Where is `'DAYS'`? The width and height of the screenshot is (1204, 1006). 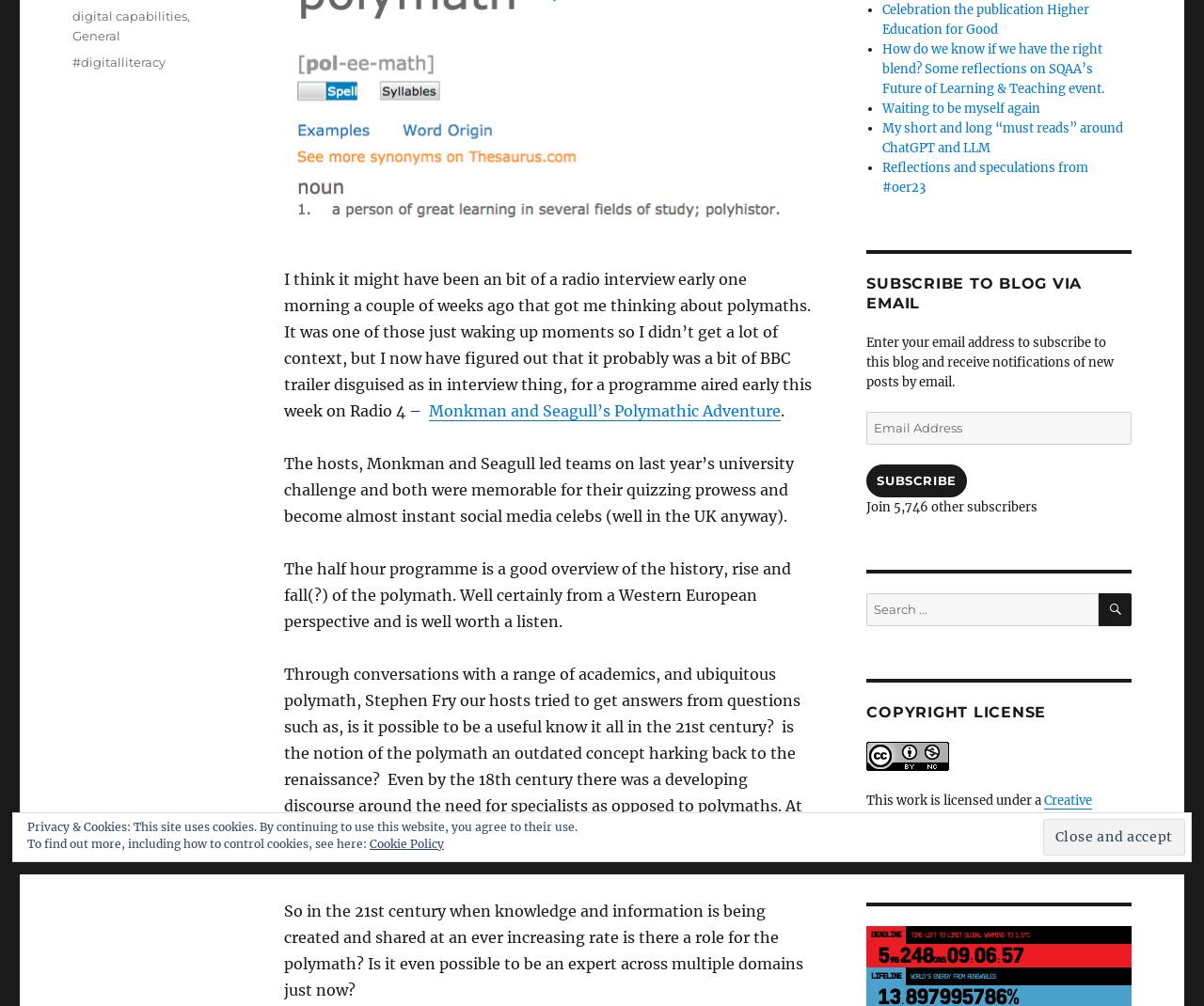
'DAYS' is located at coordinates (939, 959).